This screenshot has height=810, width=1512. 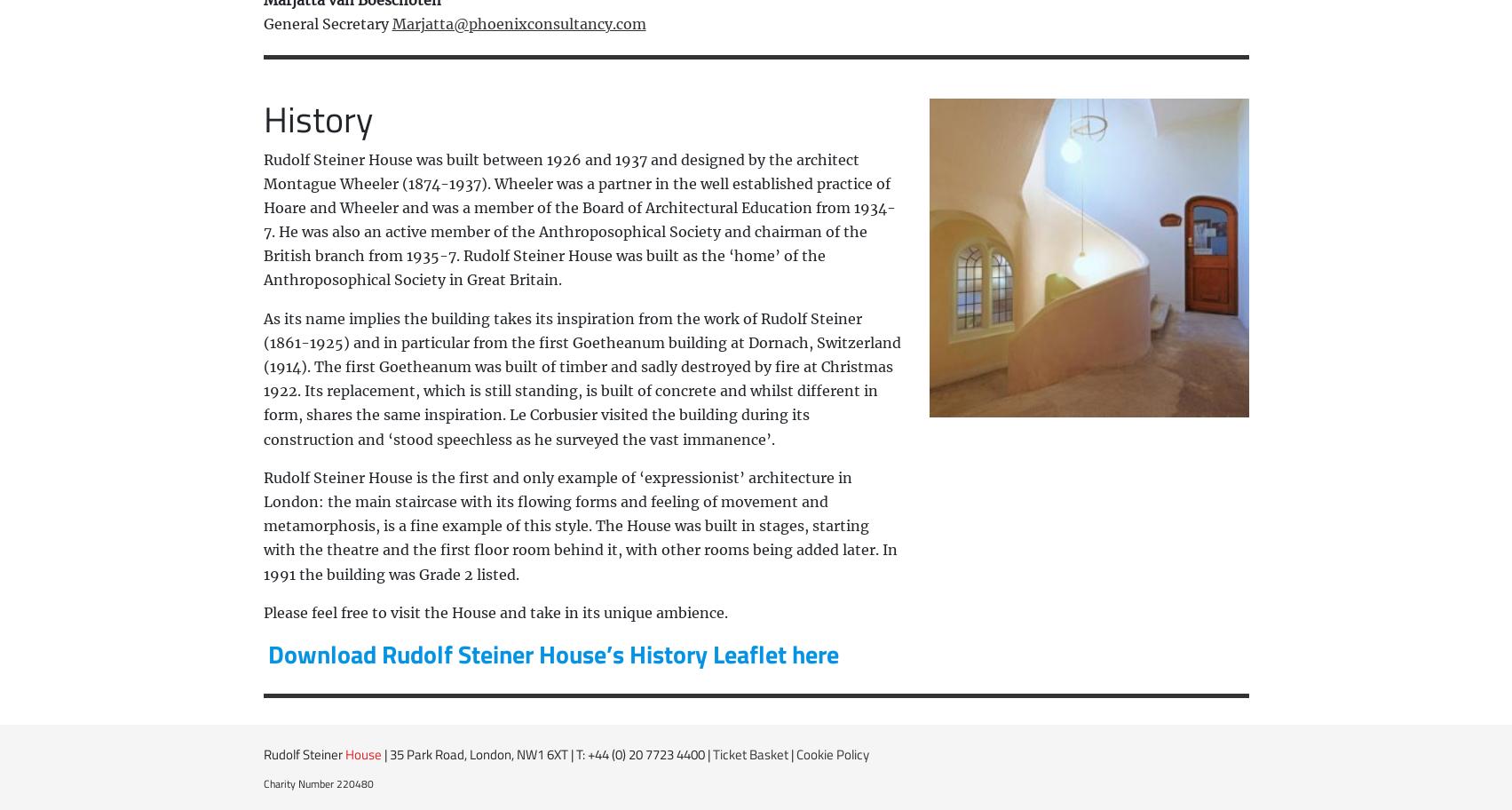 I want to click on 'Marjatta@phoenixconsultancy.com', so click(x=517, y=23).